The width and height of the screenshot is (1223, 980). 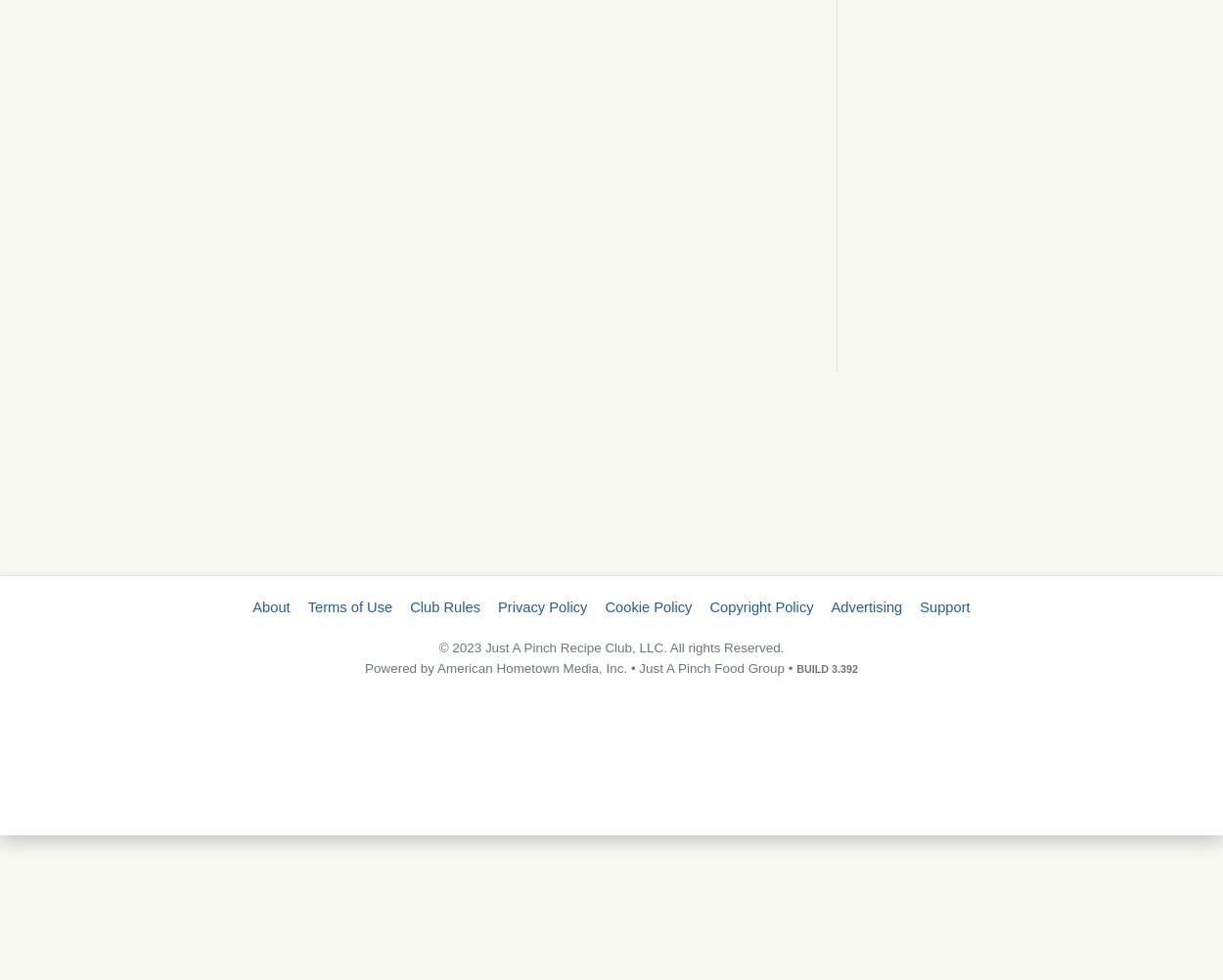 What do you see at coordinates (610, 646) in the screenshot?
I see `'© 2023 Just A Pinch Recipe Club, LLC. All rights Reserved.'` at bounding box center [610, 646].